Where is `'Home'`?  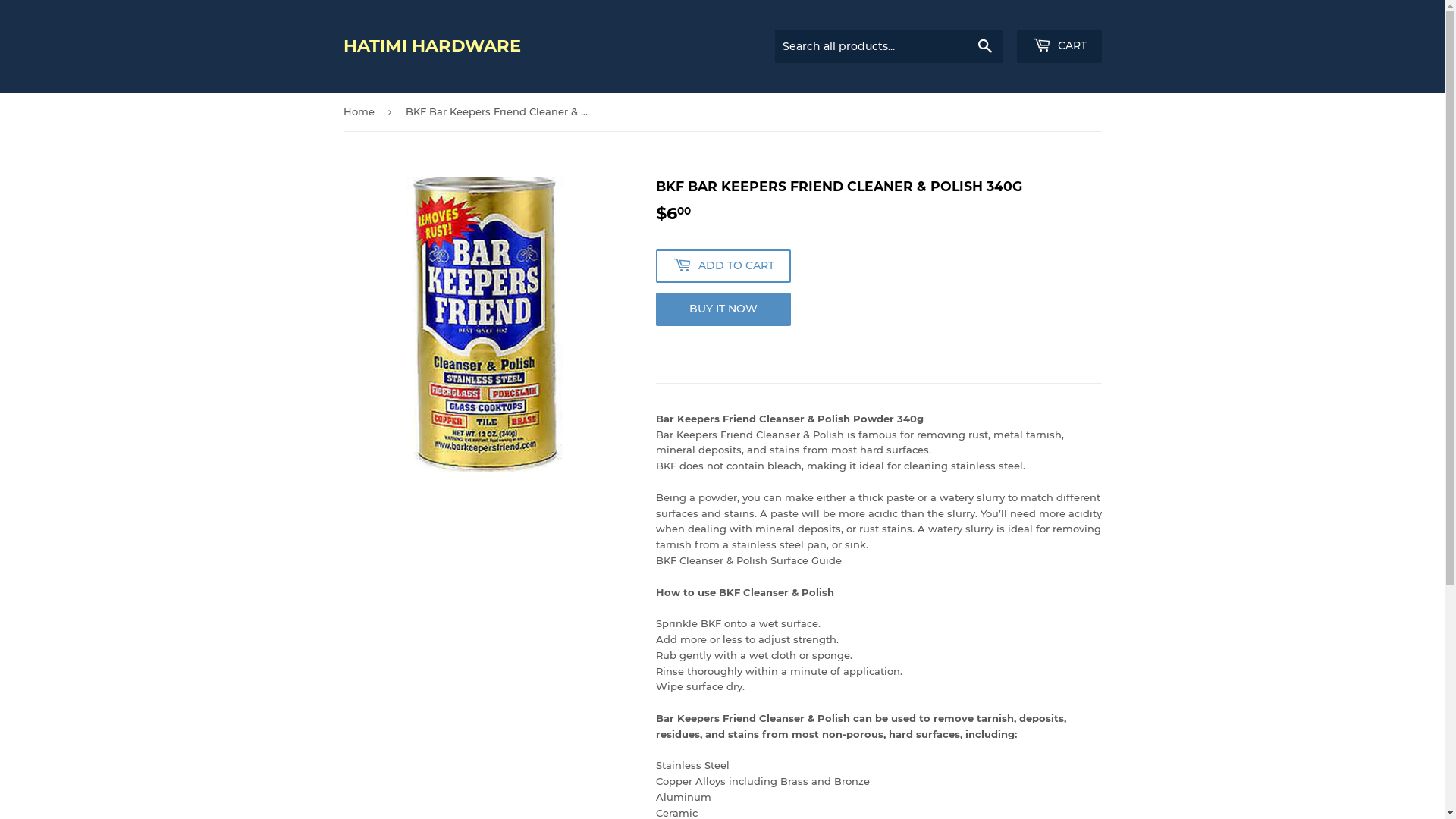
'Home' is located at coordinates (341, 111).